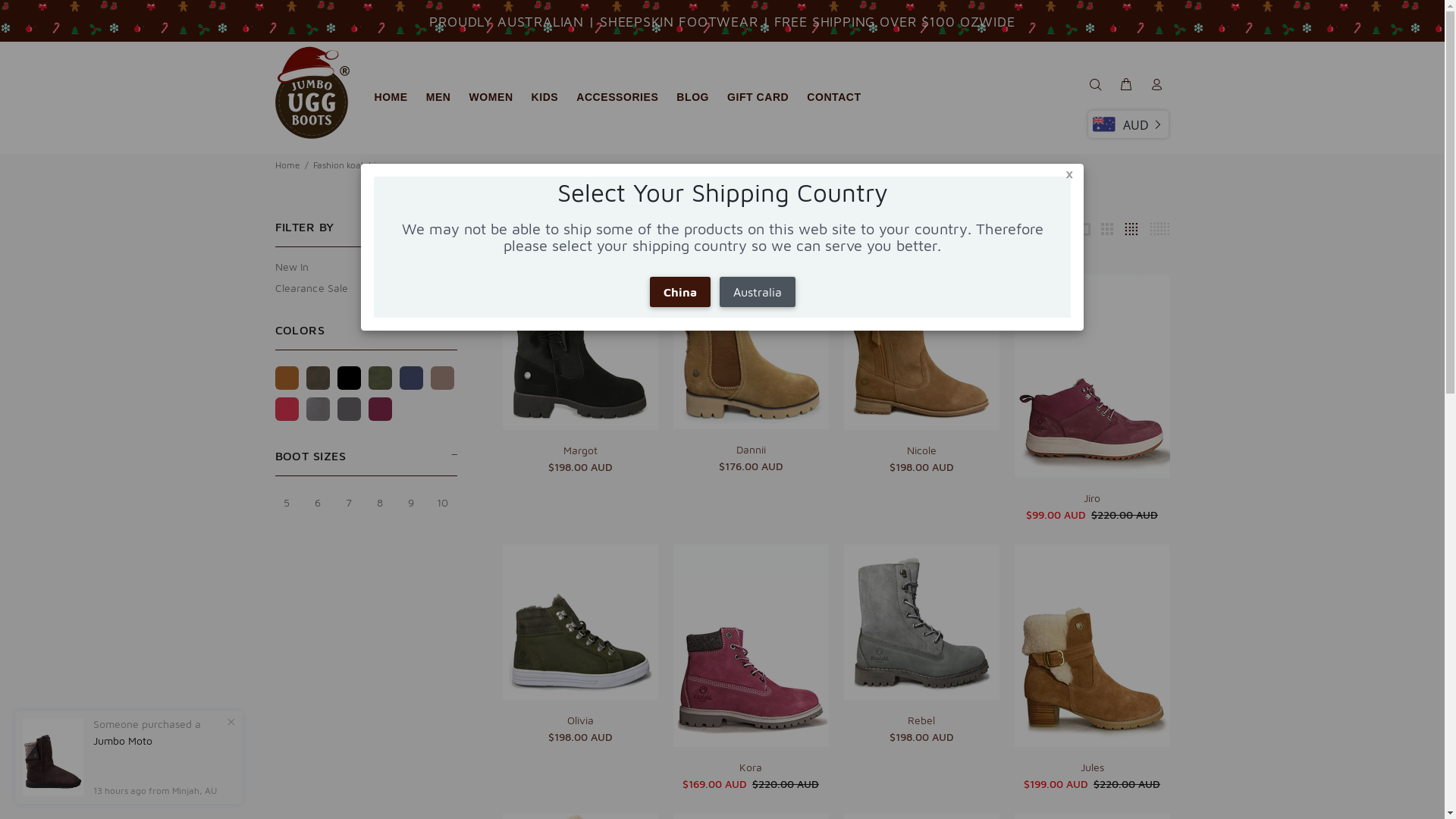 This screenshot has height=819, width=1456. Describe the element at coordinates (1083, 497) in the screenshot. I see `'Jiro'` at that location.